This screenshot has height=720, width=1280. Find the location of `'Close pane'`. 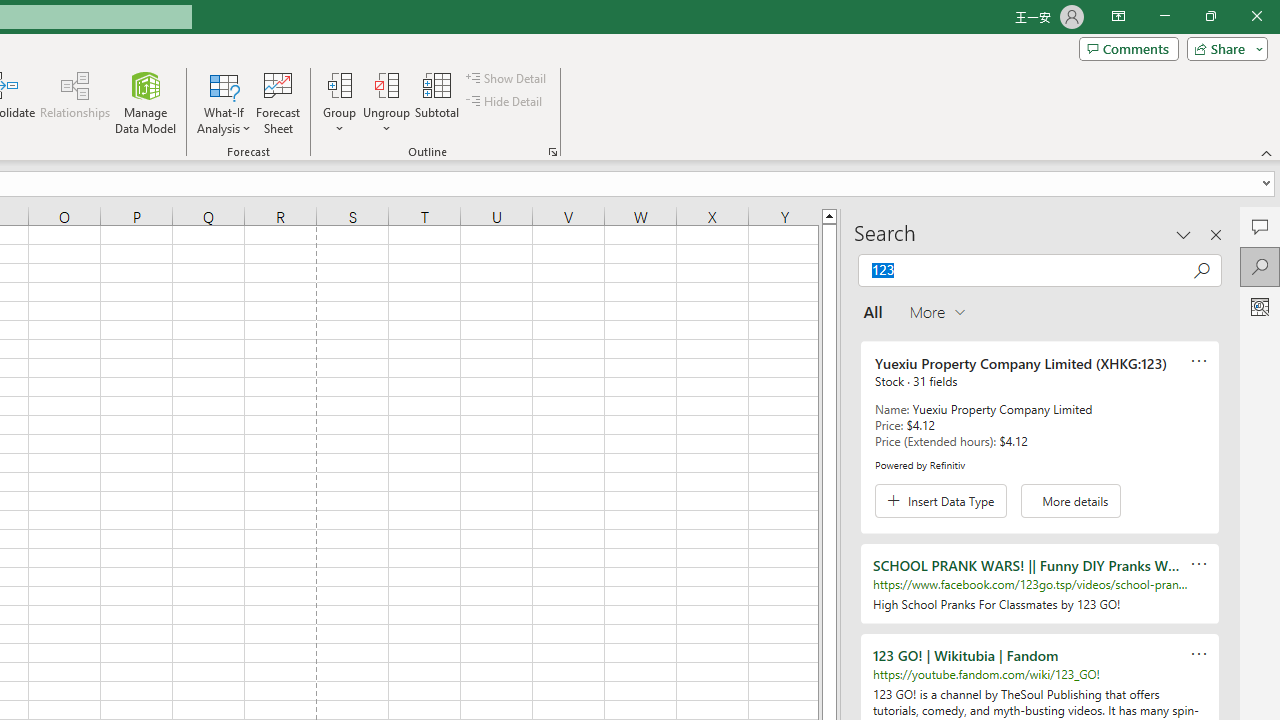

'Close pane' is located at coordinates (1215, 234).